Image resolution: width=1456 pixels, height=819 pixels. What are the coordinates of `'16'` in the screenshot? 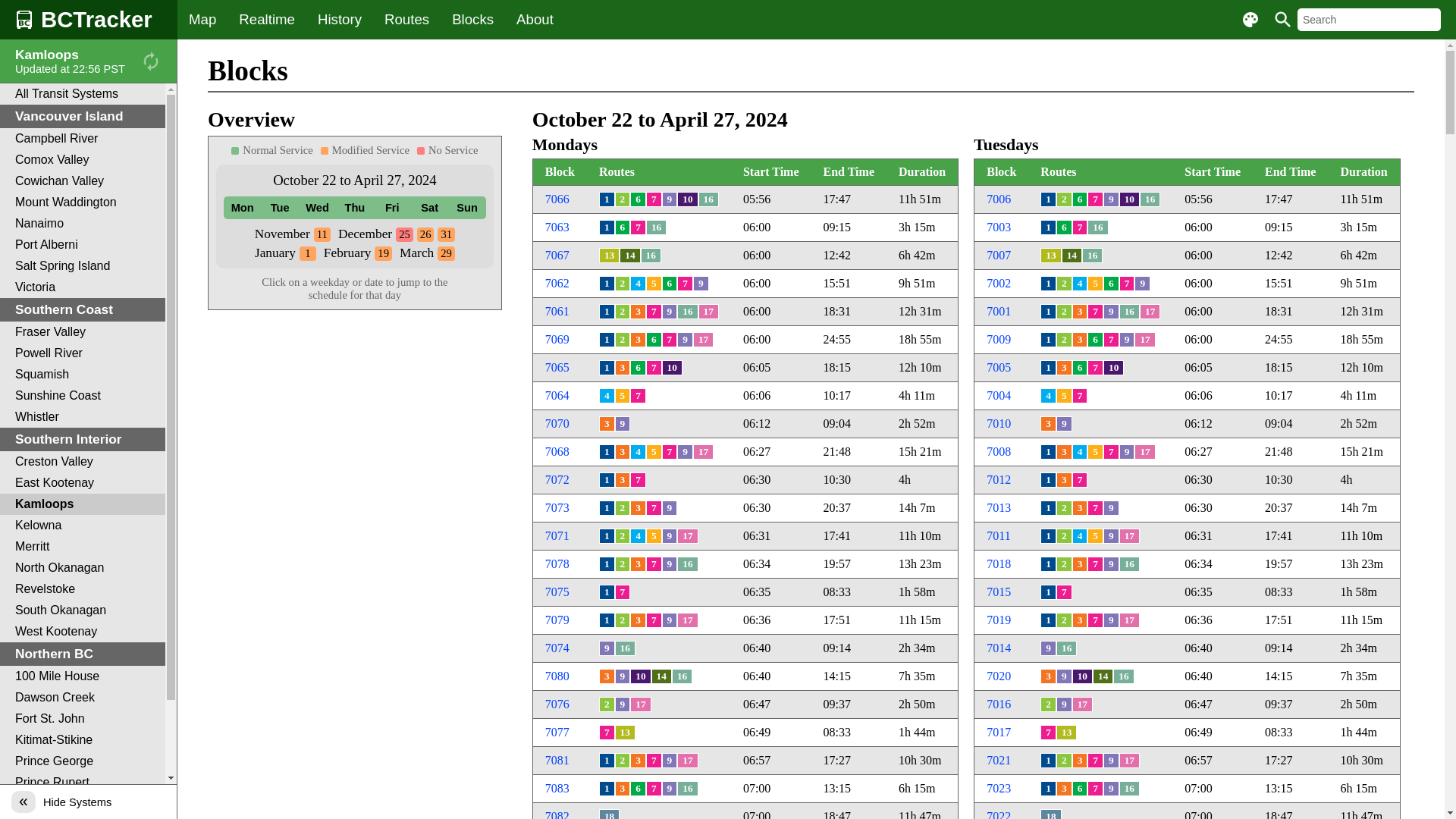 It's located at (686, 564).